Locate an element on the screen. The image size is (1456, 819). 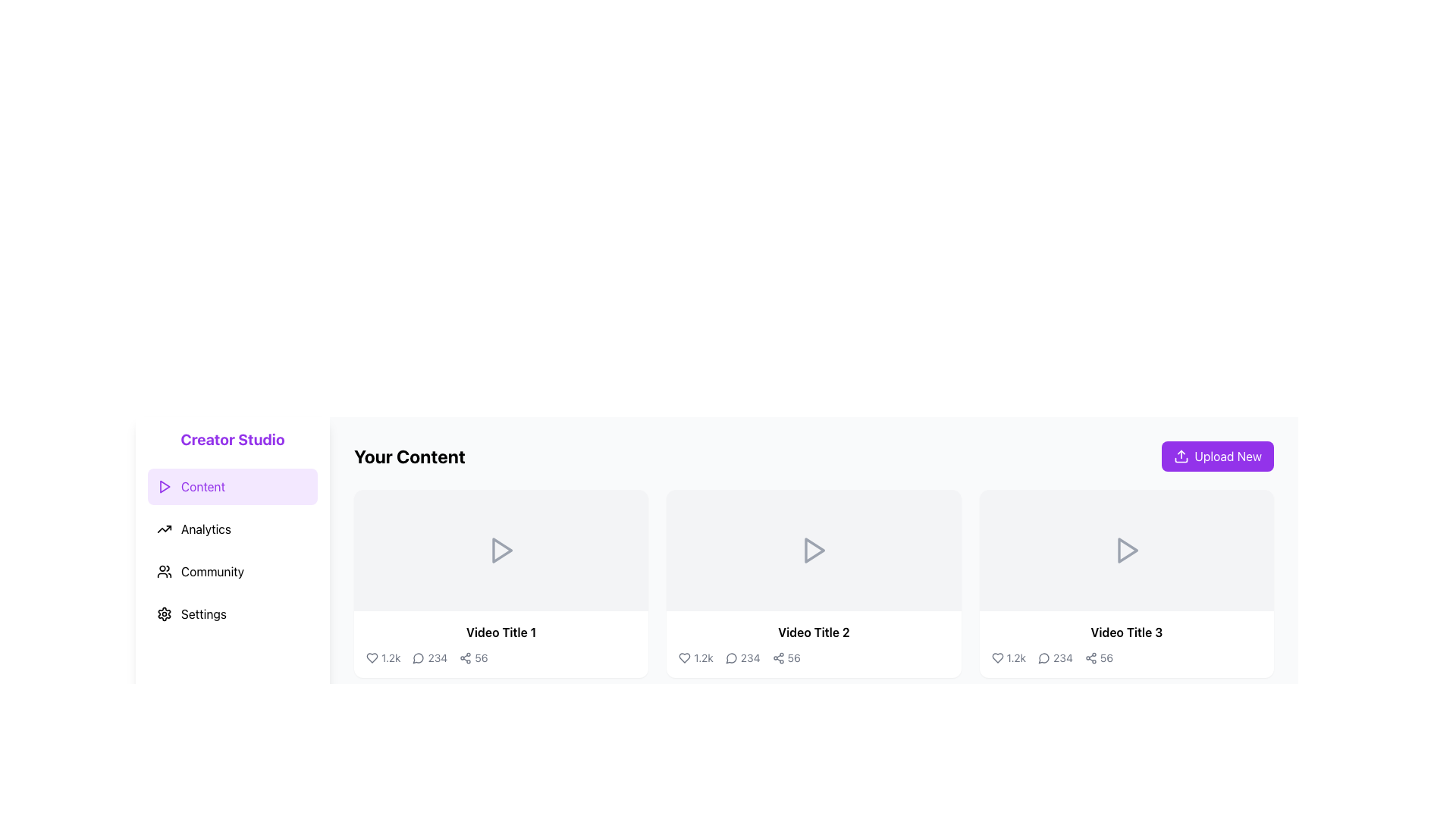
the Text with Icon displaying the number '56' and a share icon, located at the bottom-right corner of the 'Video Title 1' card in the 'Your Content' section is located at coordinates (472, 657).